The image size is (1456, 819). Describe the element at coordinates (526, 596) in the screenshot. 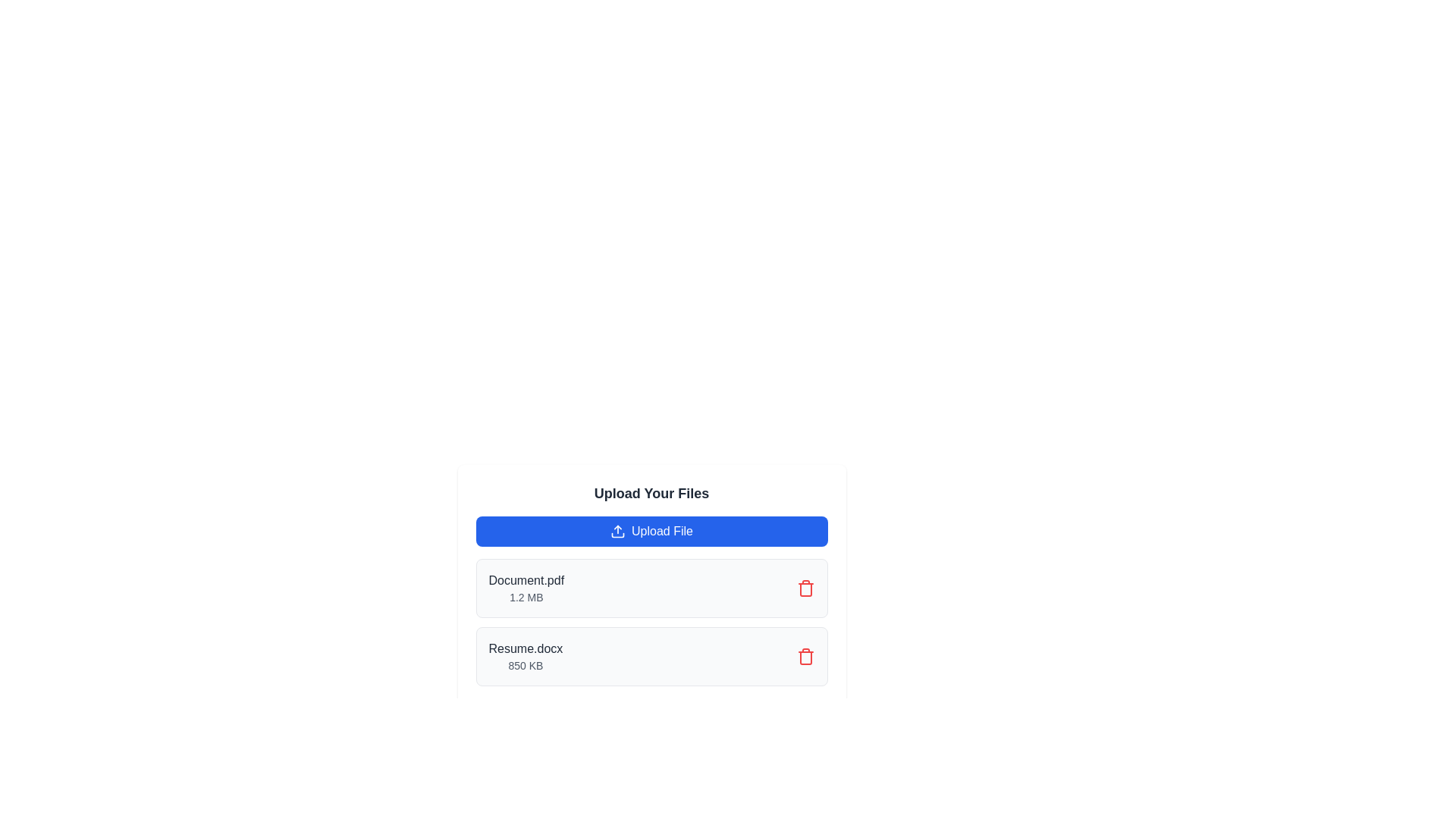

I see `the text label indicating the file size of 'Document.pdf', which is located directly below the file name in the document list` at that location.